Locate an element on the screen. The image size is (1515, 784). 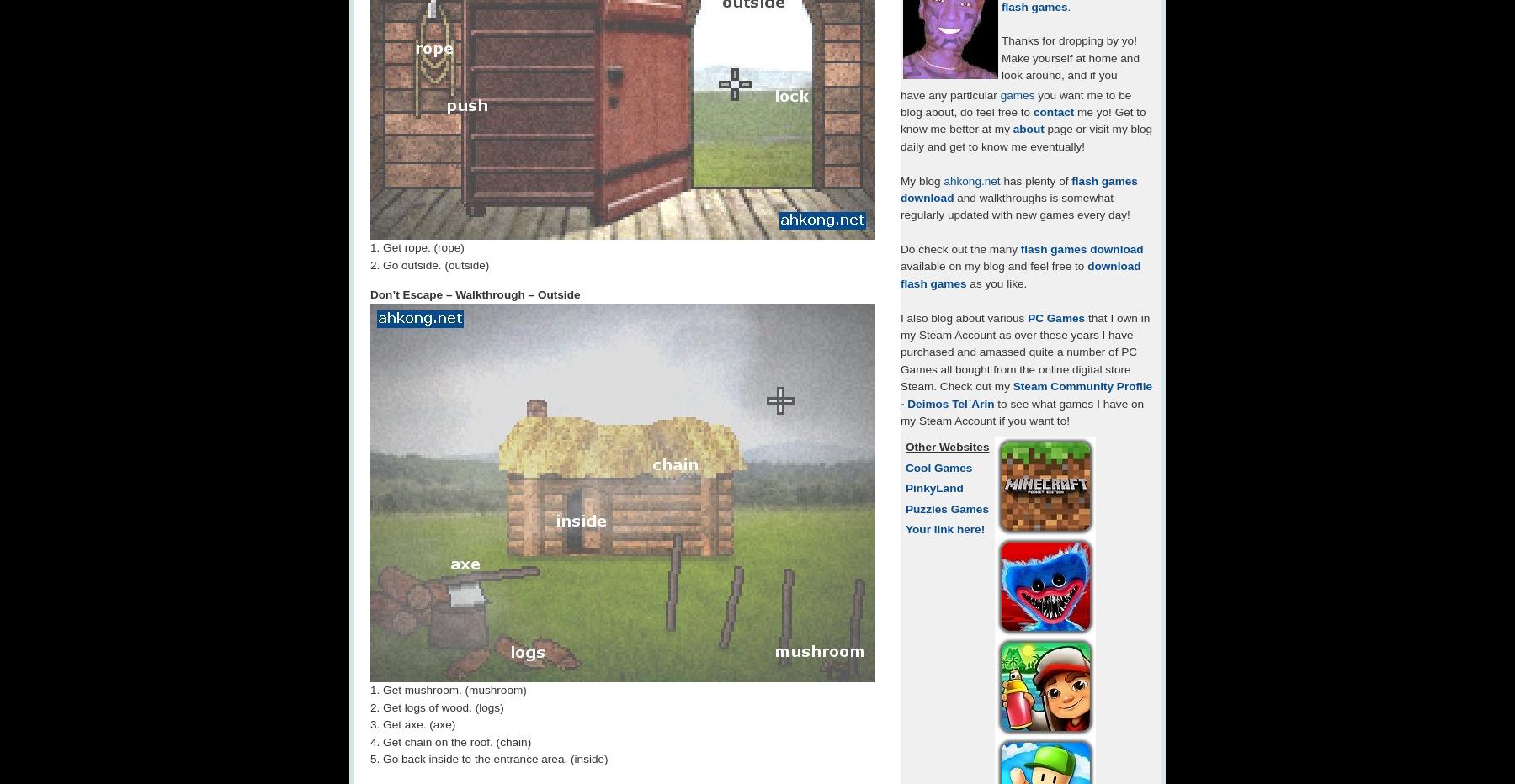
'PinkyLand' is located at coordinates (906, 488).